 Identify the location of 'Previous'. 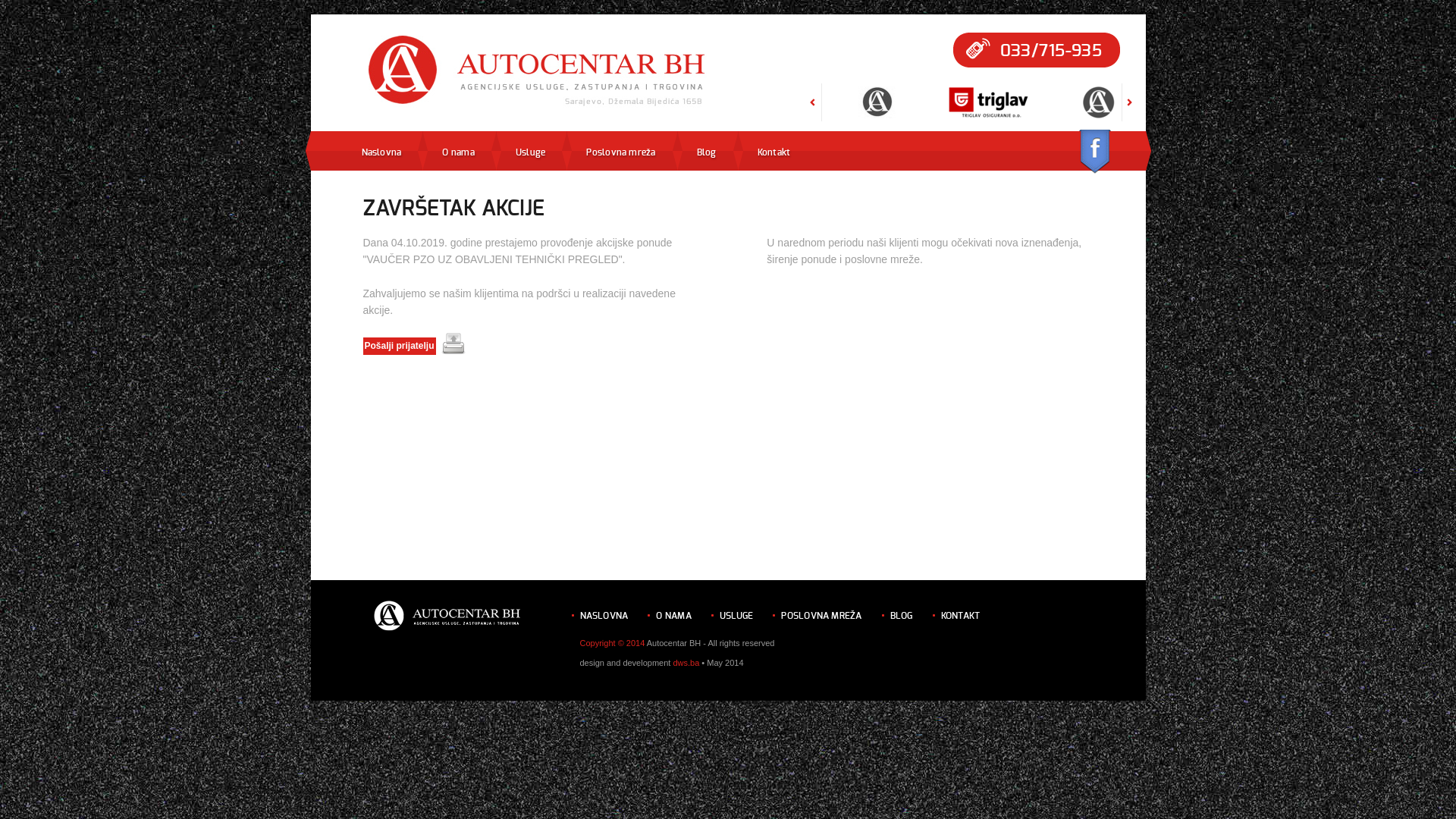
(811, 116).